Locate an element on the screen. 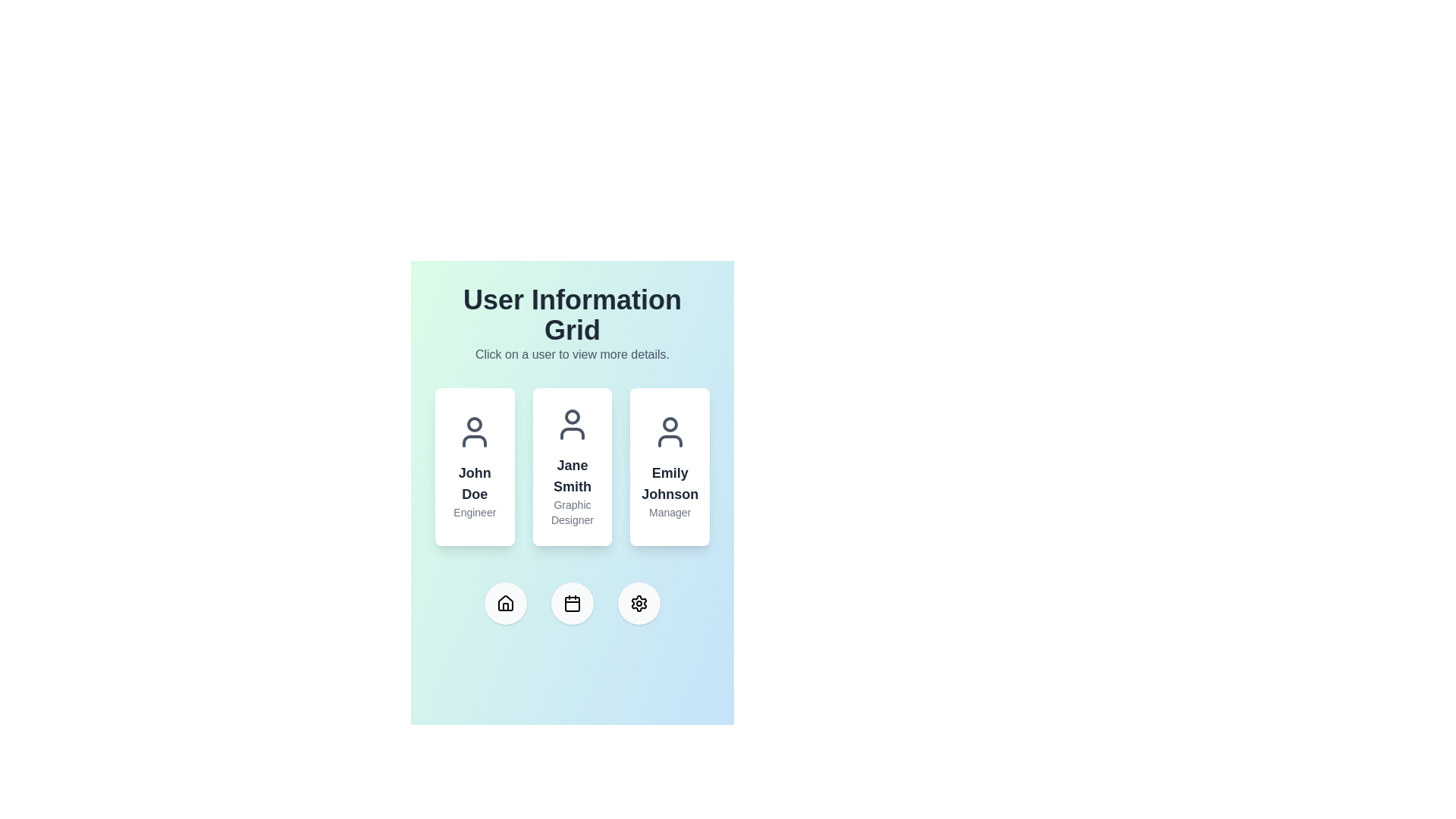 This screenshot has height=819, width=1456. the icon button located at the bottom right corner of the layout, which is the third icon from the left in a horizontal row of three is located at coordinates (639, 602).